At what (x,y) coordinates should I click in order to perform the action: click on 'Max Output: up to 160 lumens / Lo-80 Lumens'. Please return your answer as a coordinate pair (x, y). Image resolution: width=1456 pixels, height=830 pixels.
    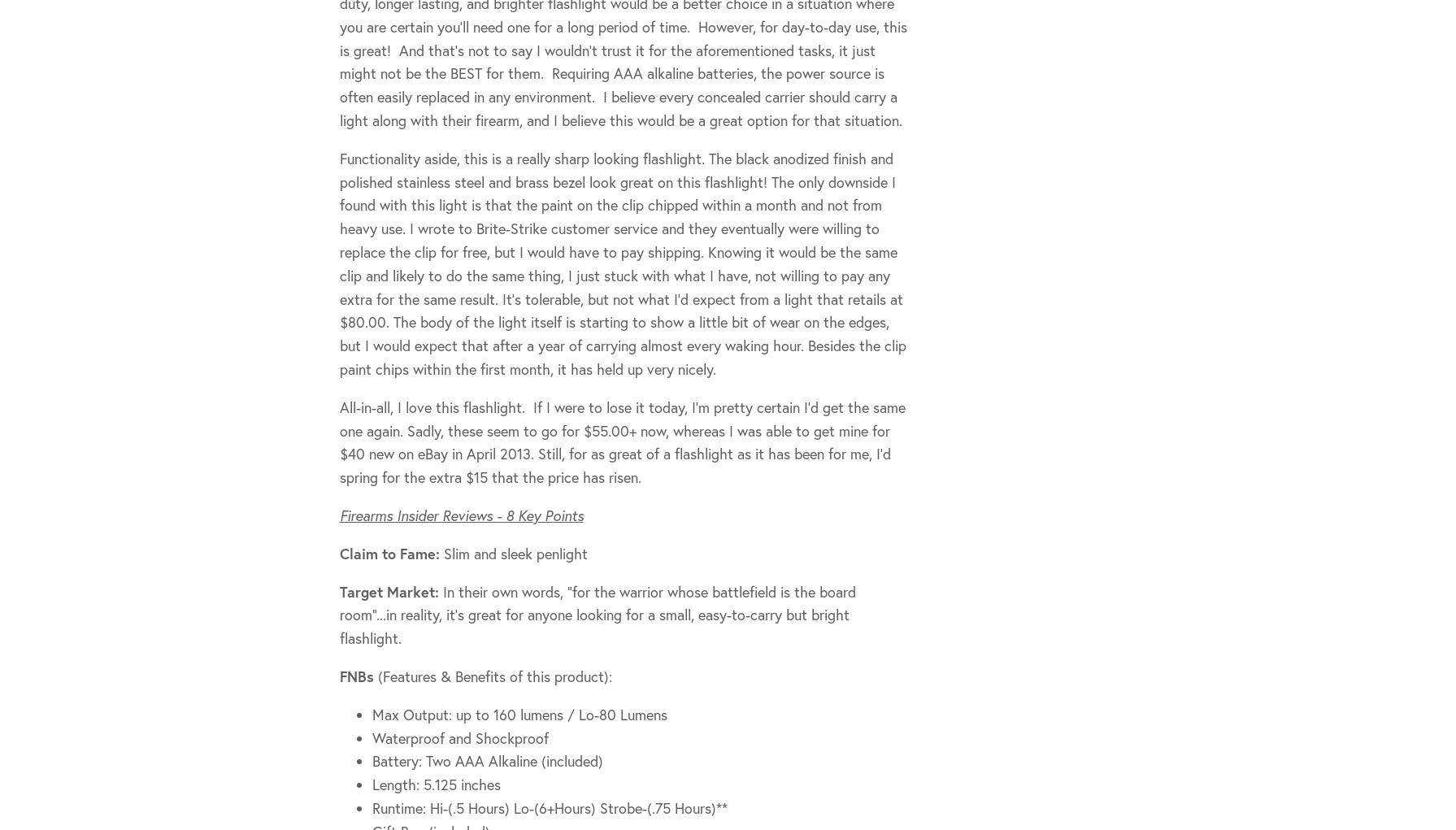
    Looking at the image, I should click on (519, 712).